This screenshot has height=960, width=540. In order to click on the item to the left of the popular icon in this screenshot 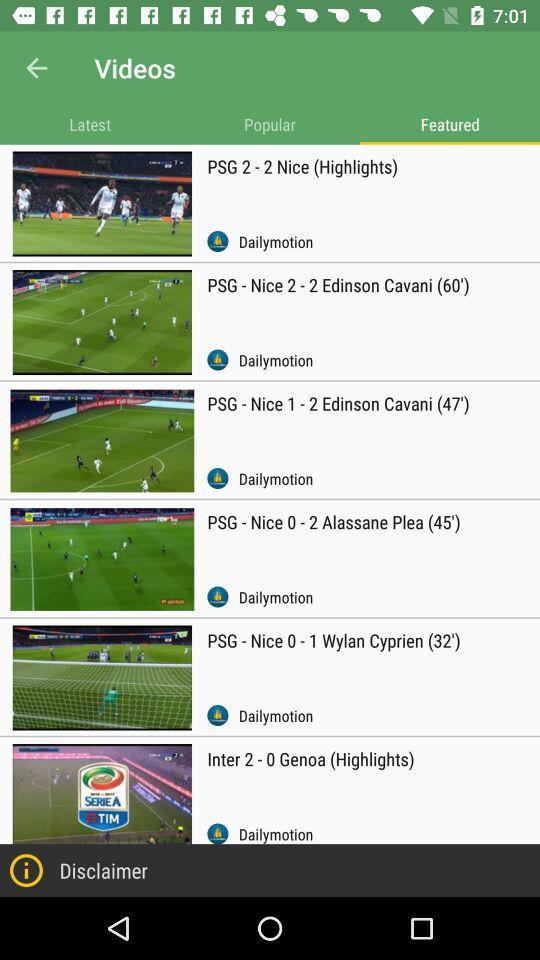, I will do `click(89, 123)`.